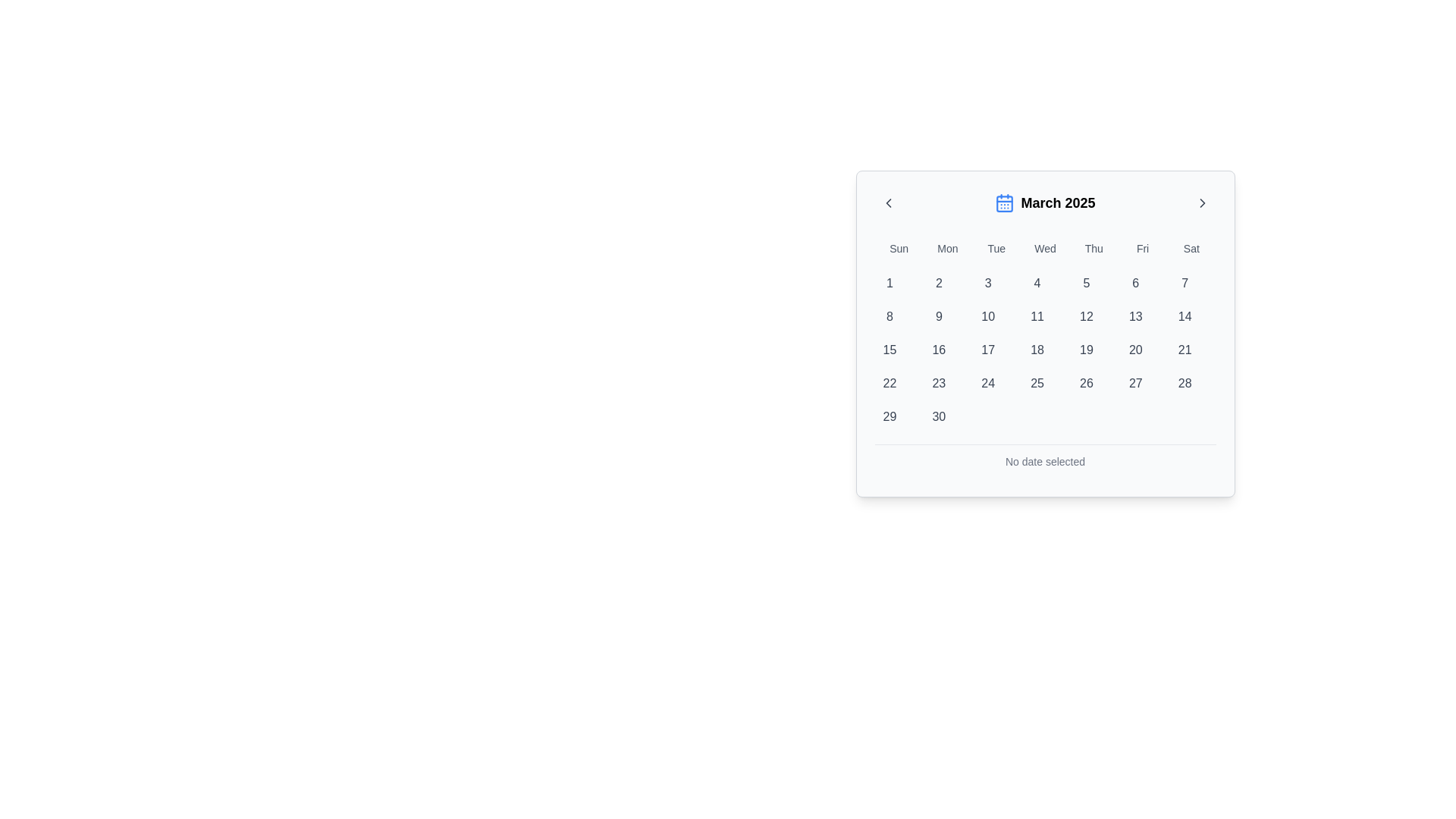 The image size is (1456, 819). What do you see at coordinates (1201, 202) in the screenshot?
I see `the button with an icon located in the upper-right corner of the calendar interface` at bounding box center [1201, 202].